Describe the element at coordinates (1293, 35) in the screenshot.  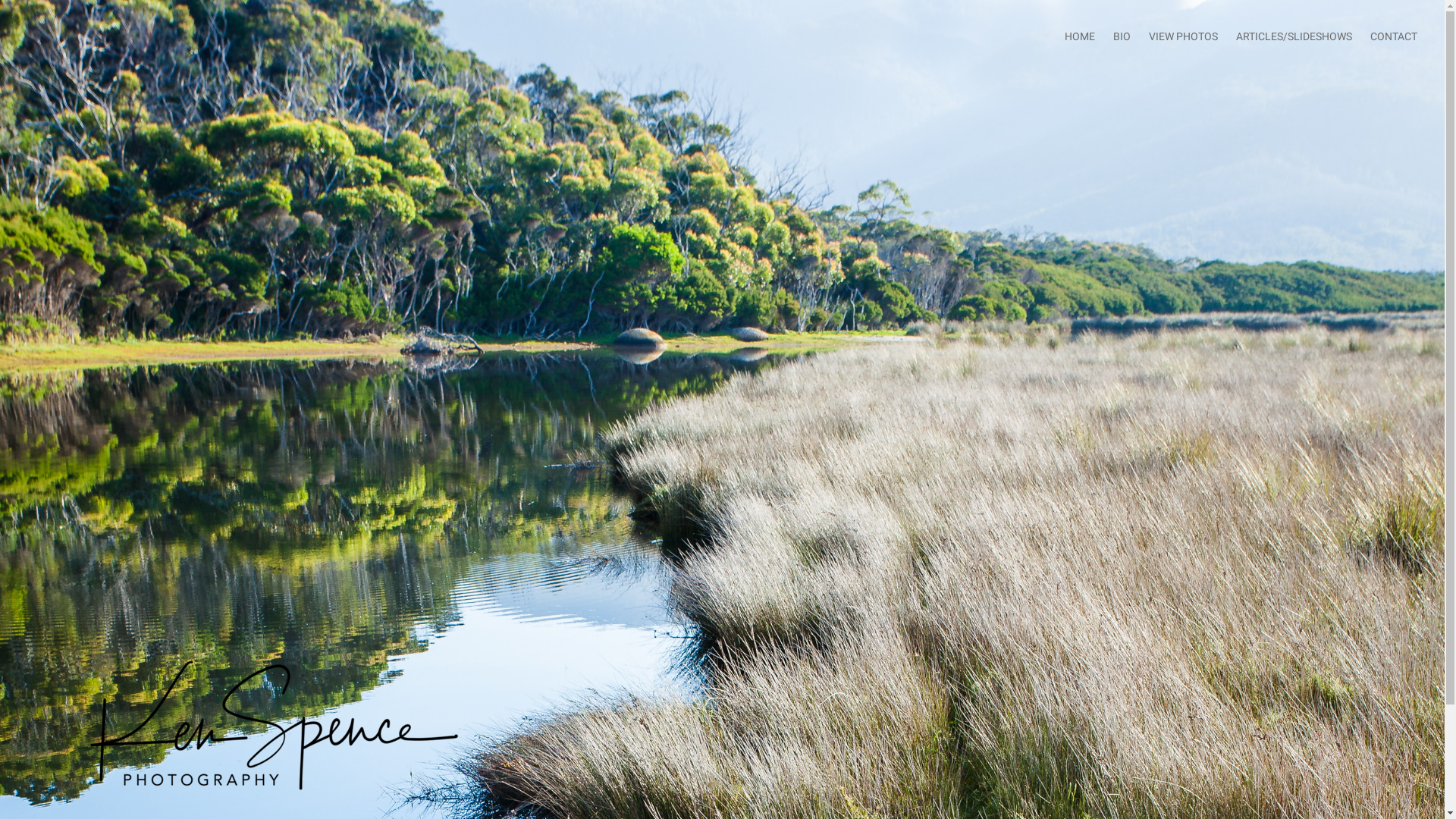
I see `'ARTICLES/SLIDESHOWS'` at that location.